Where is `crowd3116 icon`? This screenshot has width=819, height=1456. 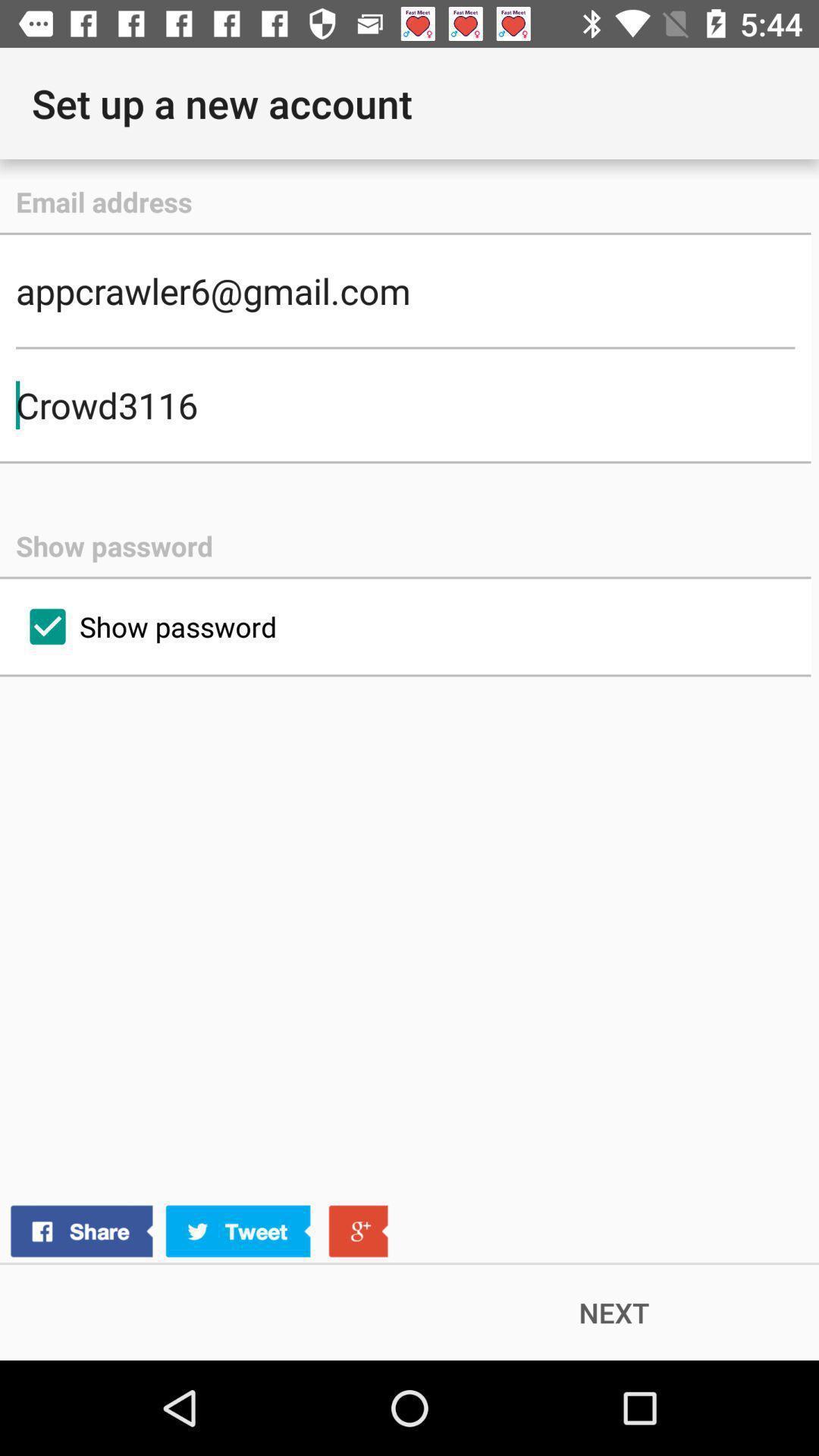 crowd3116 icon is located at coordinates (404, 405).